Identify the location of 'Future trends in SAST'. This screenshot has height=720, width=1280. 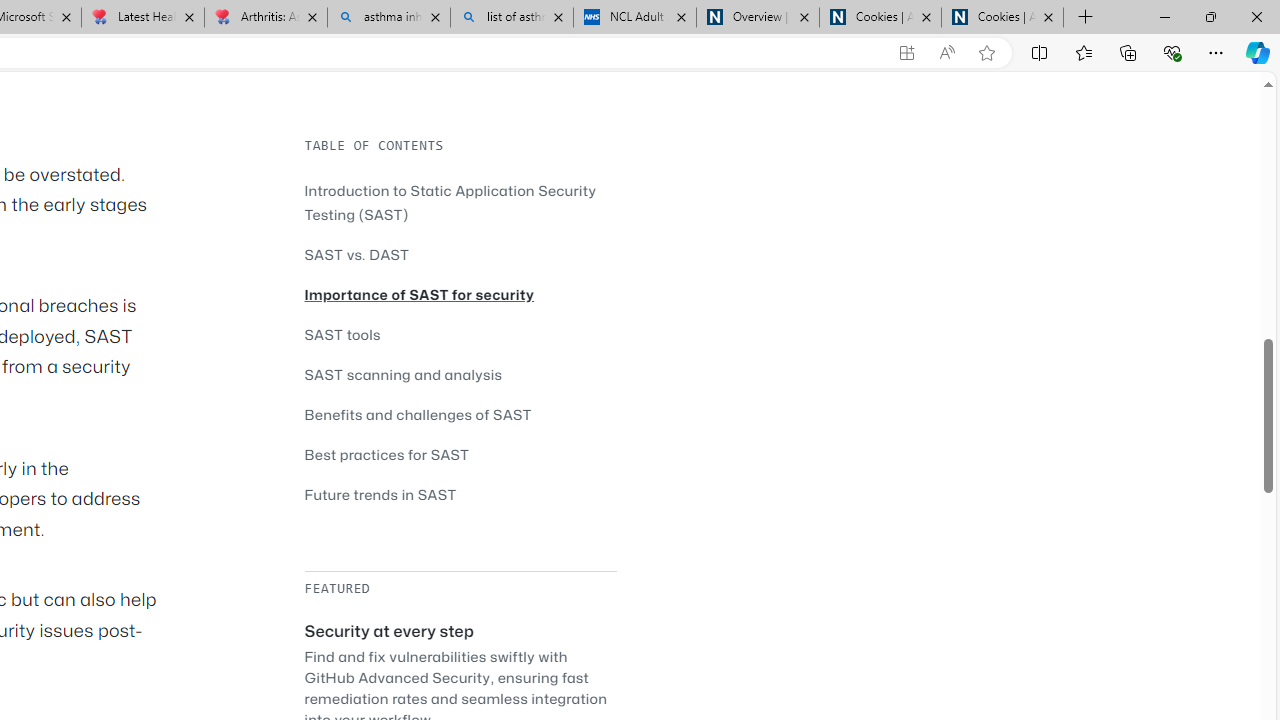
(380, 494).